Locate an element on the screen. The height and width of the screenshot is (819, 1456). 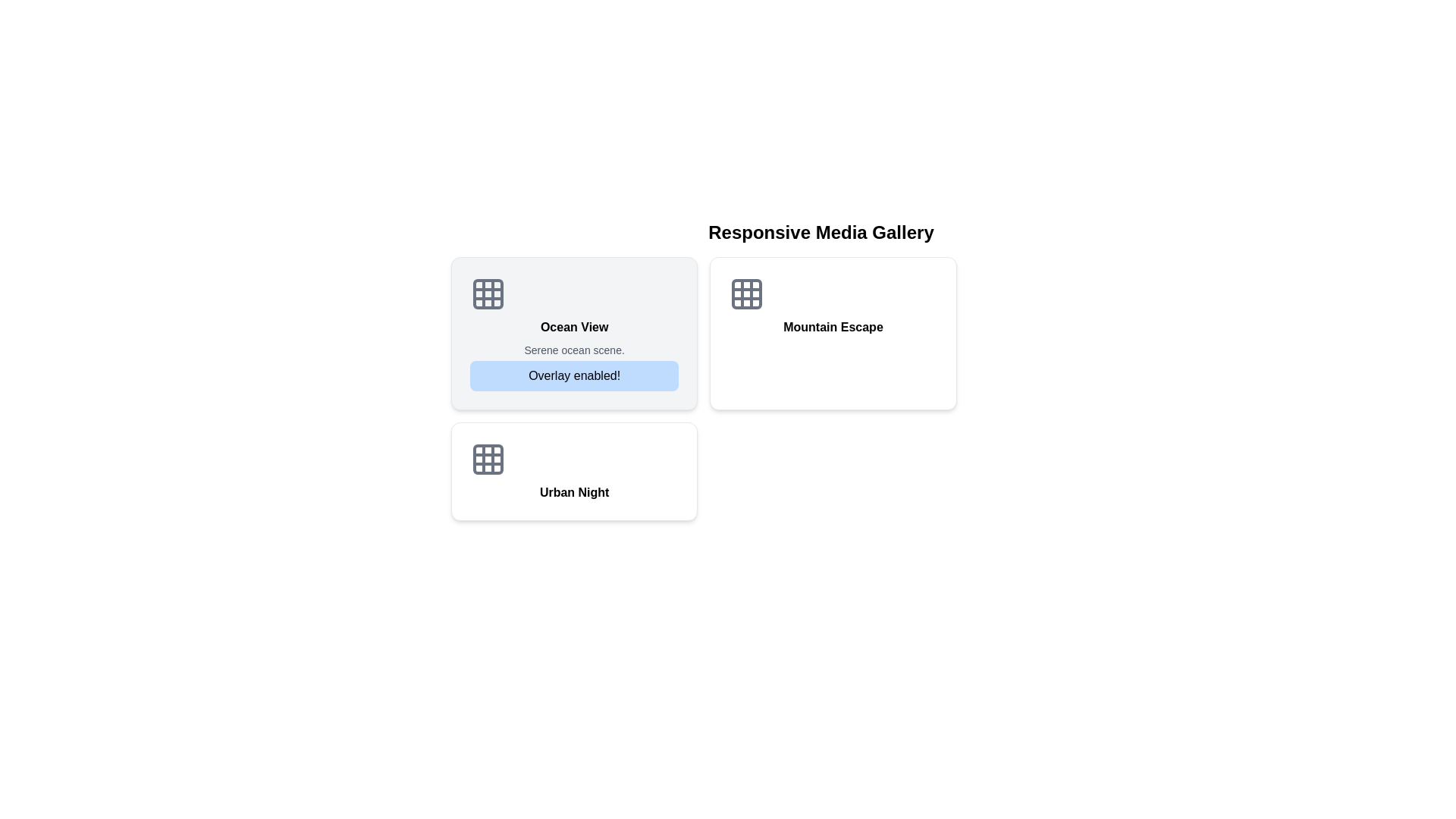
the 'Ocean View' card, which has a light gray background and a blue button-like label 'Overlay enabled!' at the bottom is located at coordinates (573, 332).